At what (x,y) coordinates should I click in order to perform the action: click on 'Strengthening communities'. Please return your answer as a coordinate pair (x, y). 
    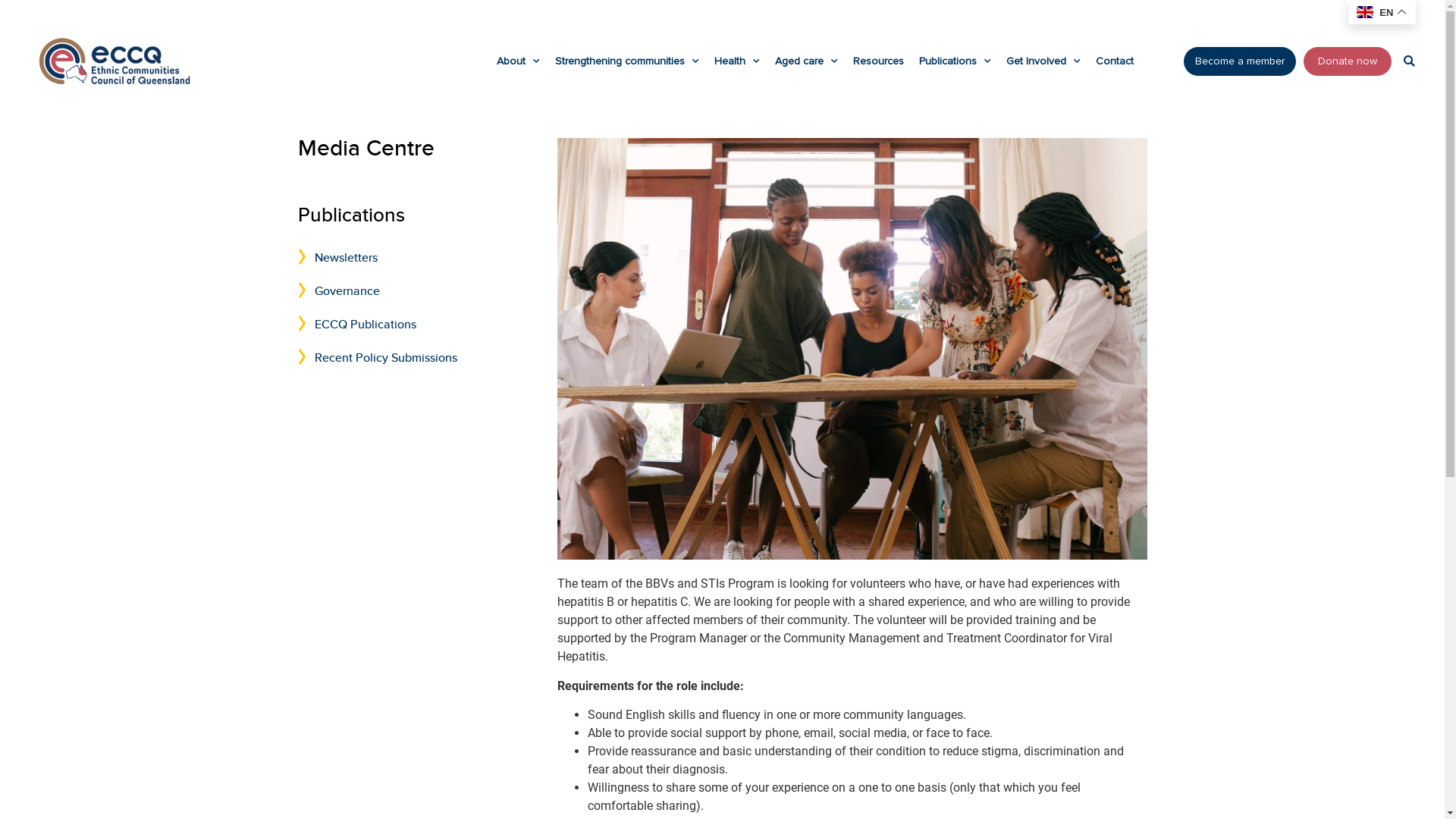
    Looking at the image, I should click on (546, 61).